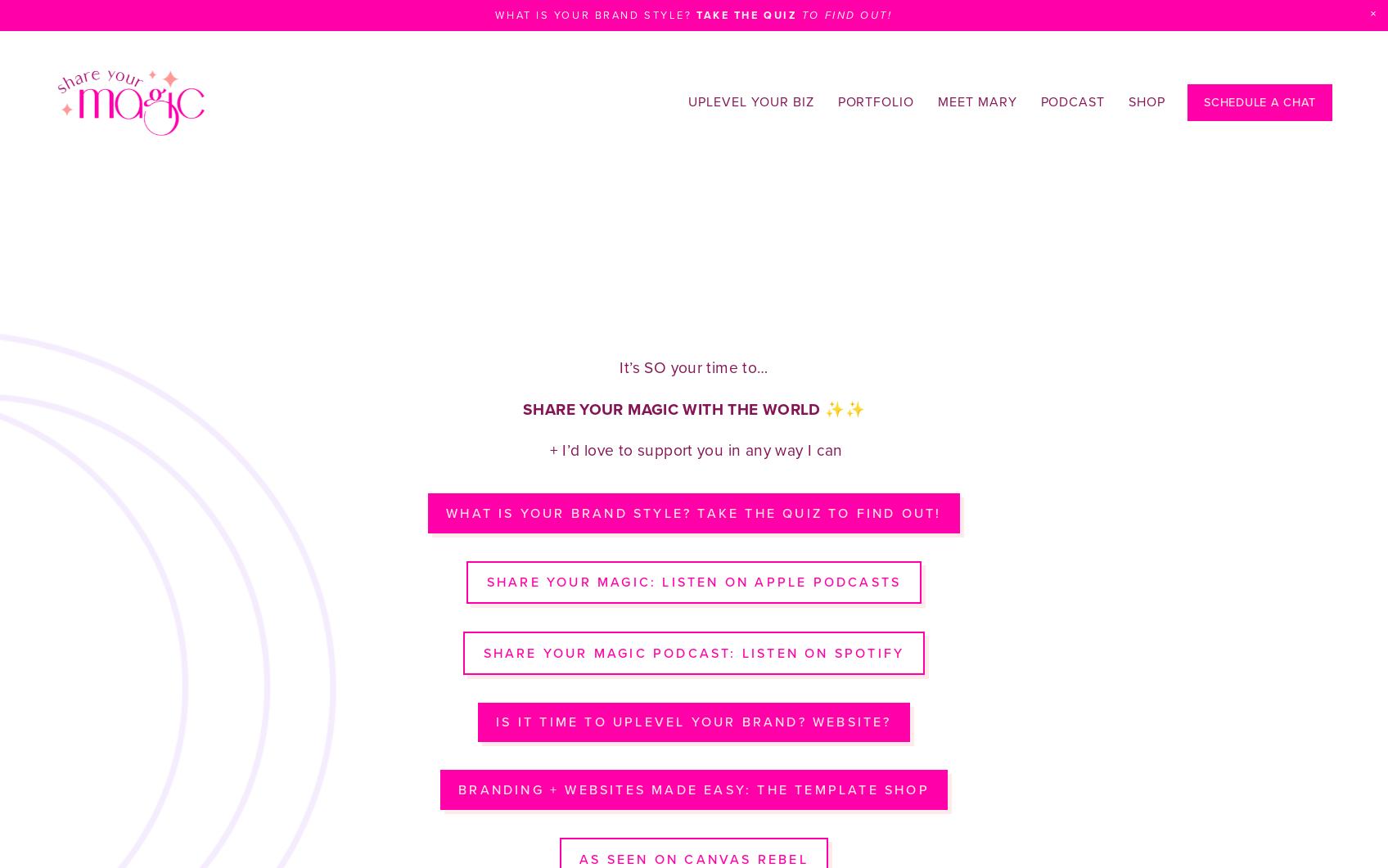 The height and width of the screenshot is (868, 1388). I want to click on '+ I’d love to support you in any way I can', so click(692, 449).